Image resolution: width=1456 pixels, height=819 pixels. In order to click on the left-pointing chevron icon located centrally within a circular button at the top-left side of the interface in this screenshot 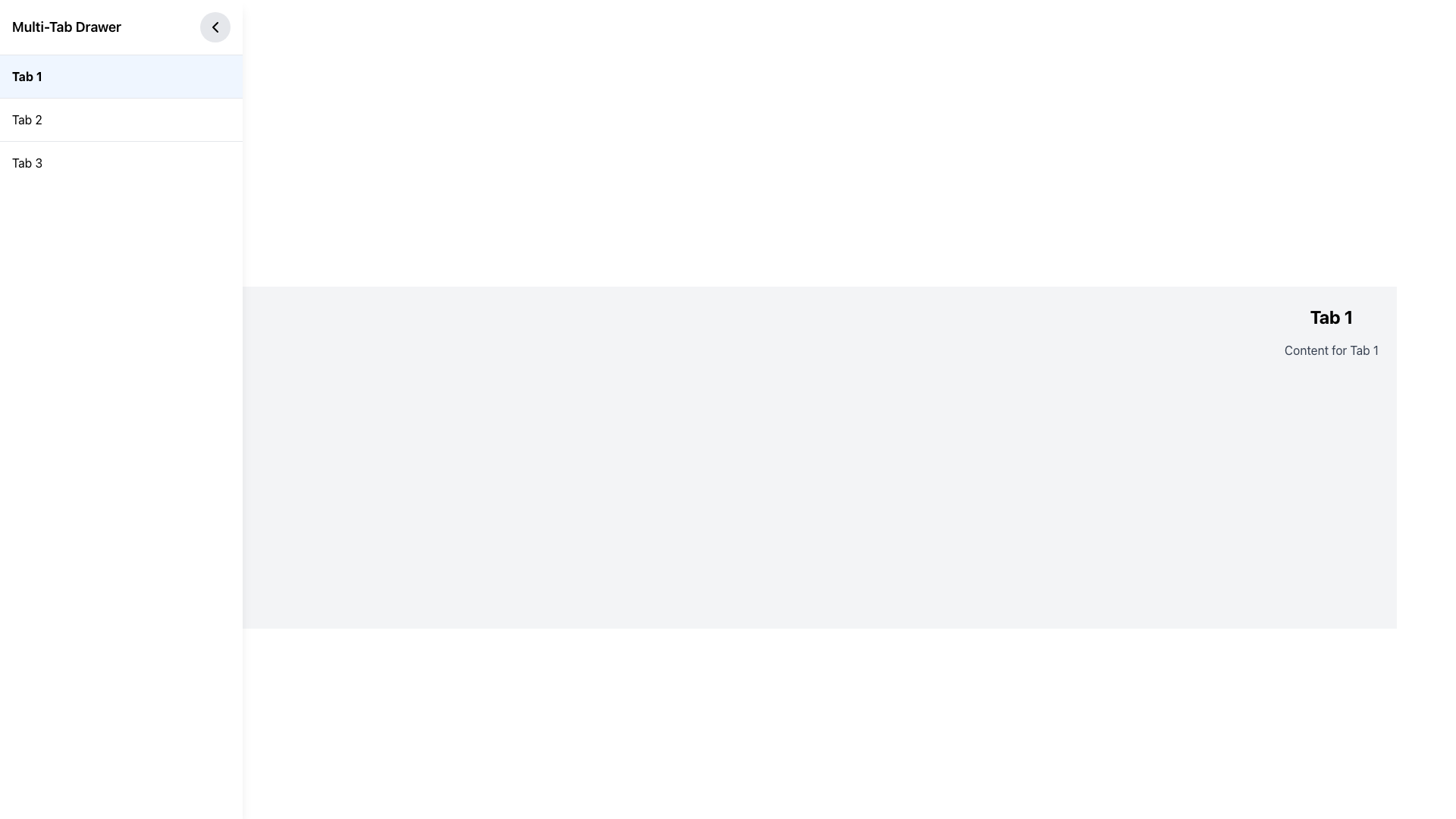, I will do `click(214, 27)`.